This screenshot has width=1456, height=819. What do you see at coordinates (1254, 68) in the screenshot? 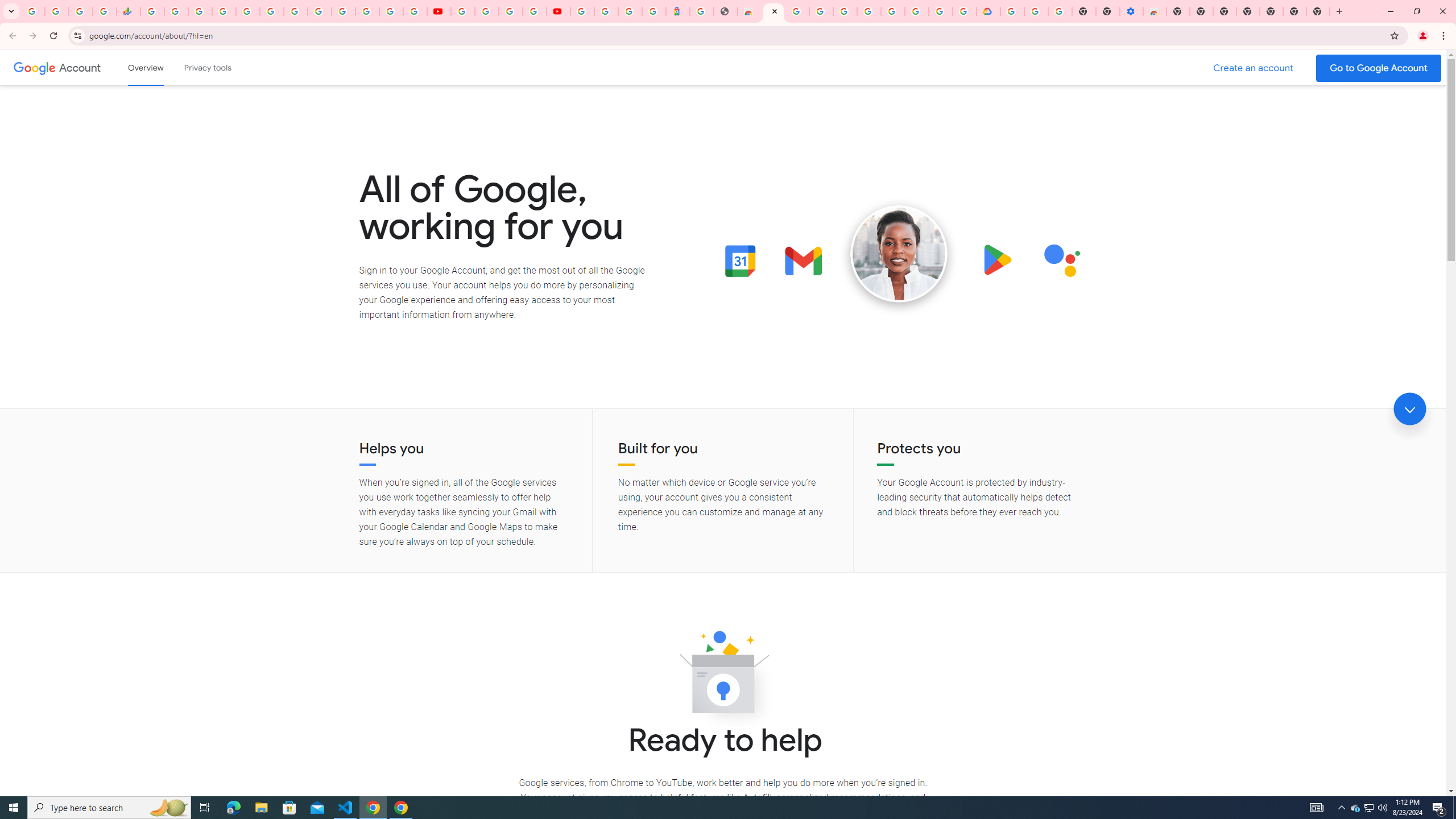
I see `'Create a Google Account'` at bounding box center [1254, 68].